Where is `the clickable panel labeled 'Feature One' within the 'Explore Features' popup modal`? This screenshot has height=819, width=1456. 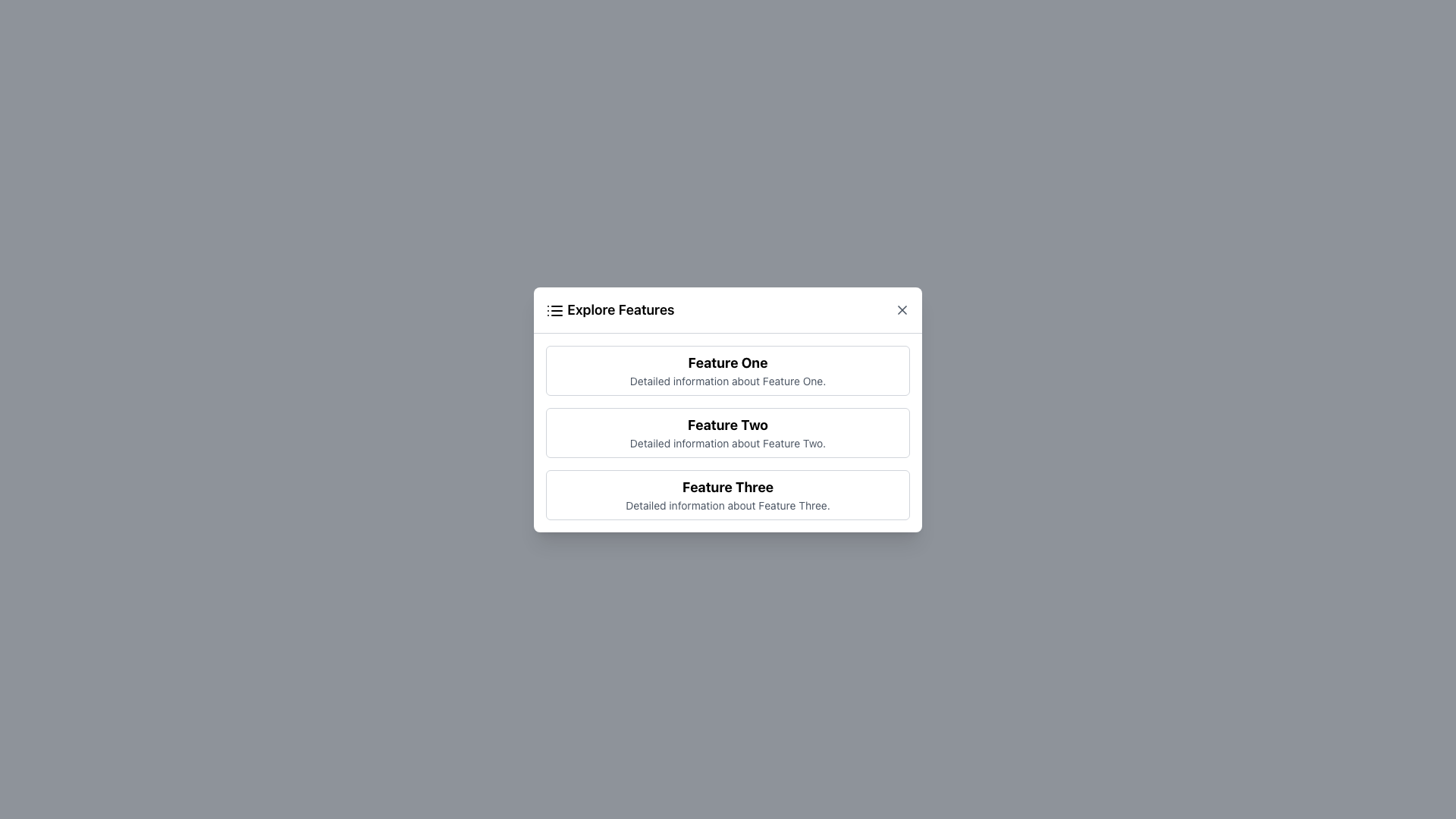
the clickable panel labeled 'Feature One' within the 'Explore Features' popup modal is located at coordinates (728, 370).